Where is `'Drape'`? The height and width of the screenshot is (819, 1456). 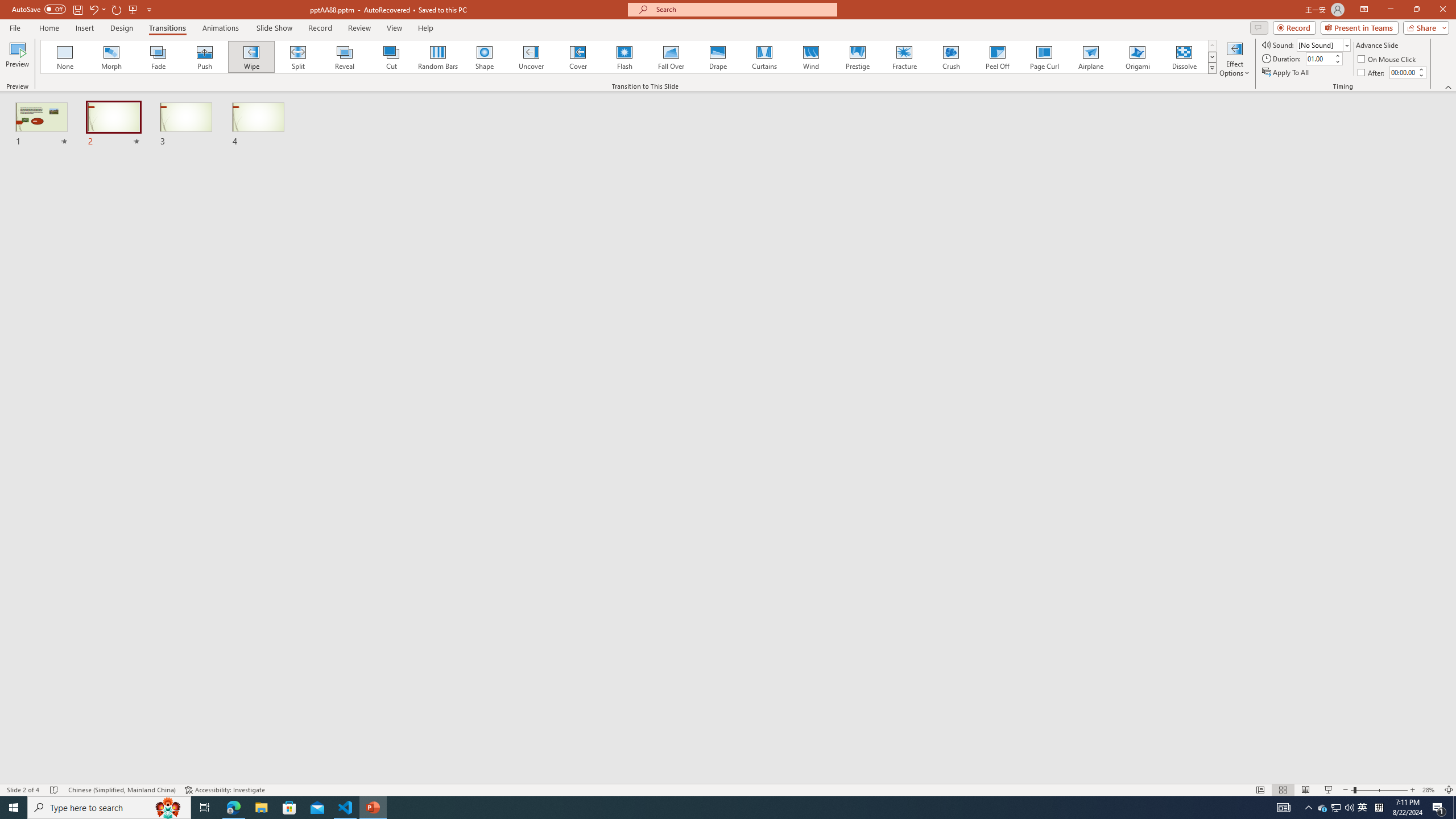
'Drape' is located at coordinates (717, 56).